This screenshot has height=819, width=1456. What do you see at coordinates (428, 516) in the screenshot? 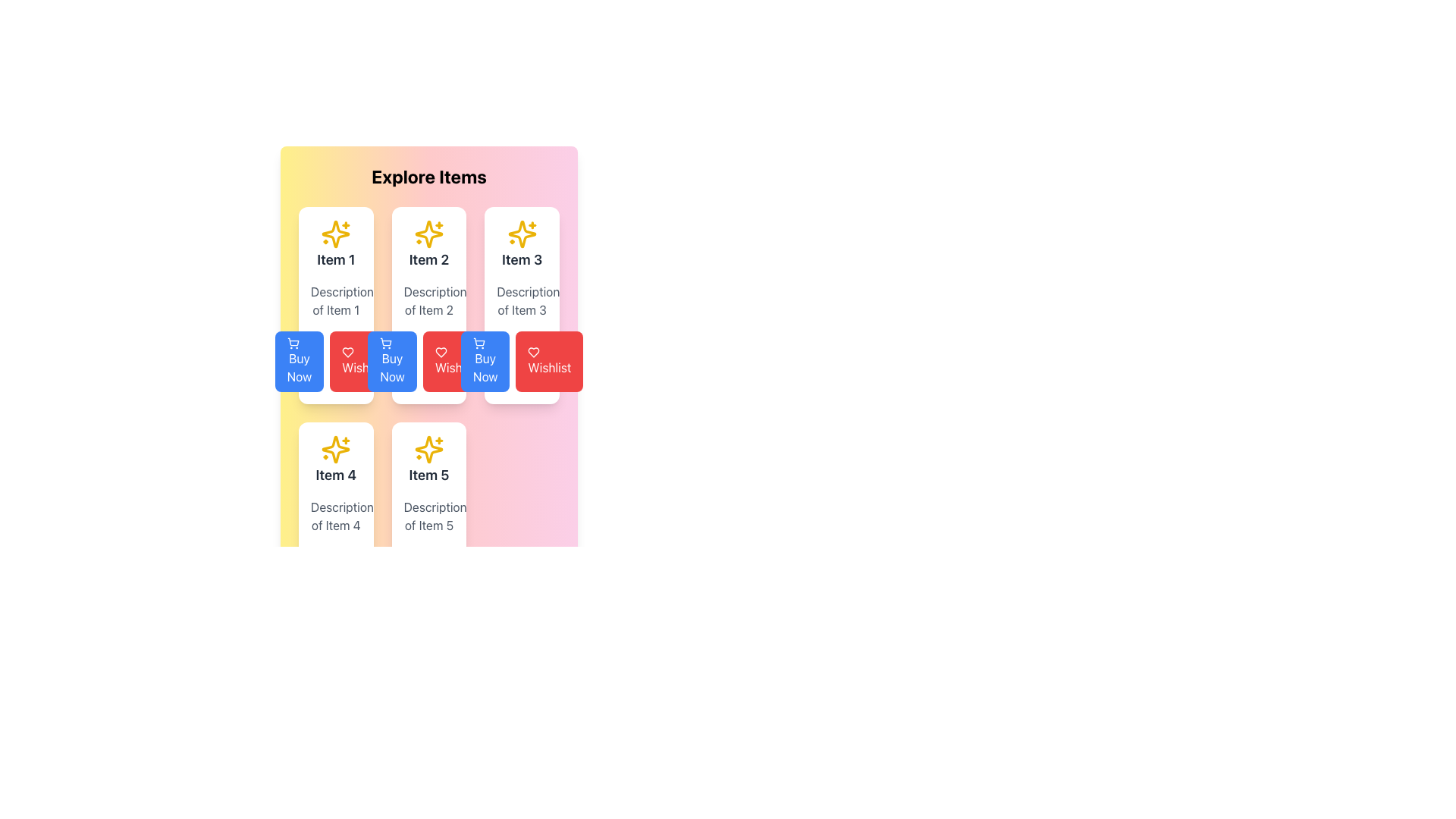
I see `the gray-colored text block containing the phrase 'Description of Item 5' located in the card labeled 'Item 5', positioned below the item title` at bounding box center [428, 516].